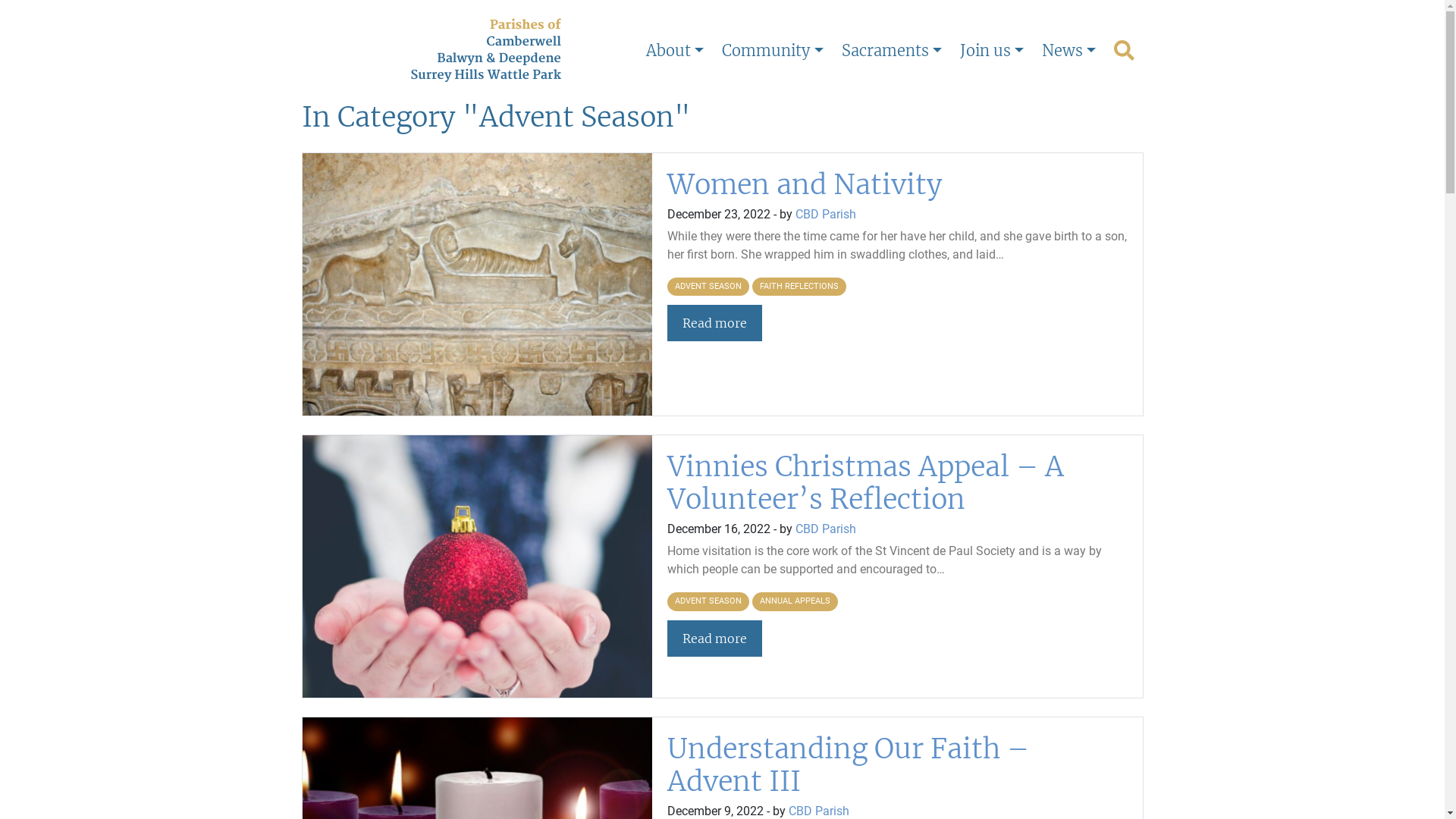 Image resolution: width=1456 pixels, height=819 pixels. Describe the element at coordinates (714, 638) in the screenshot. I see `'Read more'` at that location.